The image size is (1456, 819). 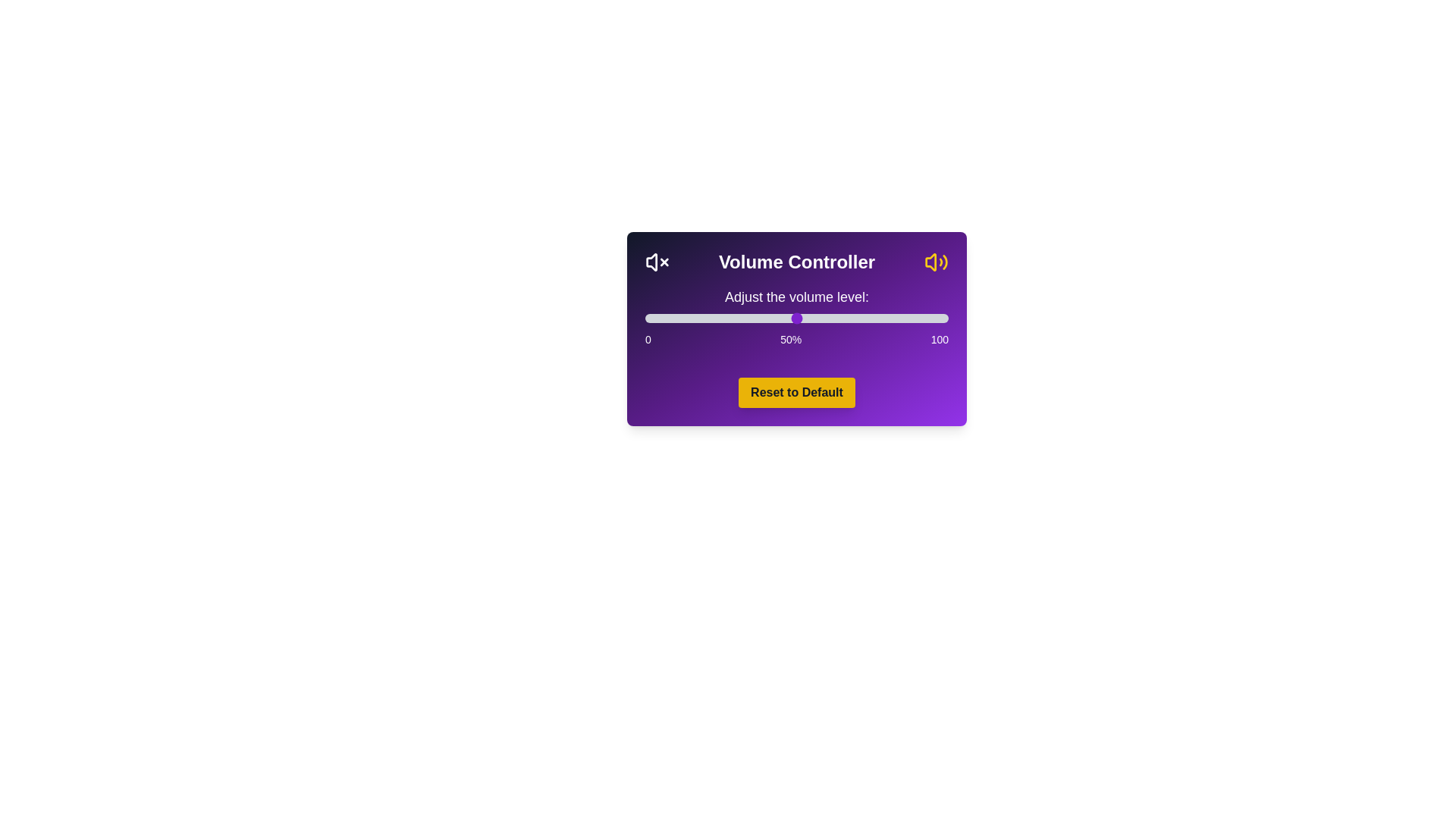 What do you see at coordinates (693, 318) in the screenshot?
I see `the volume slider to set the volume to 16%` at bounding box center [693, 318].